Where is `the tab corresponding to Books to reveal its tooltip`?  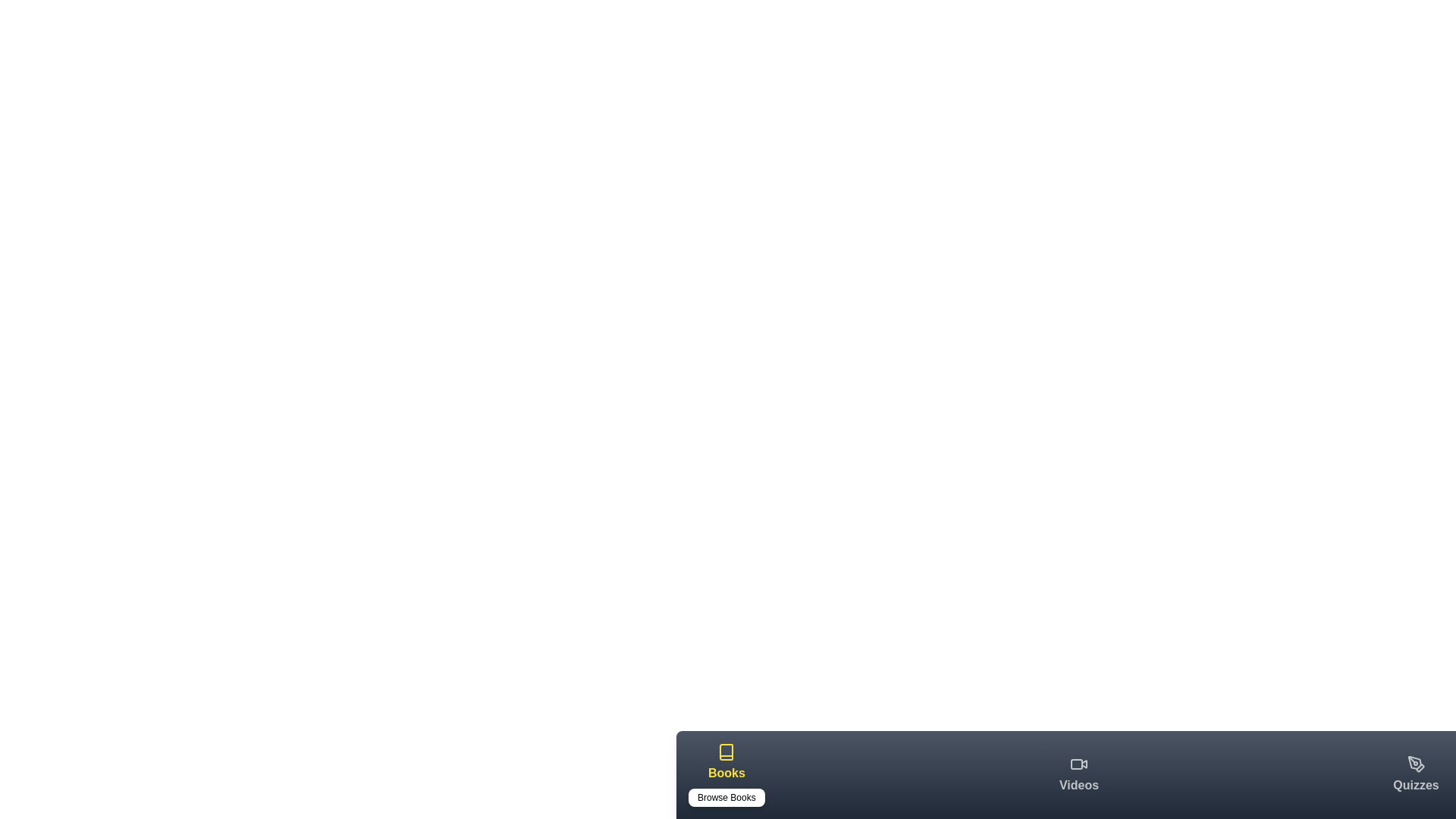
the tab corresponding to Books to reveal its tooltip is located at coordinates (726, 775).